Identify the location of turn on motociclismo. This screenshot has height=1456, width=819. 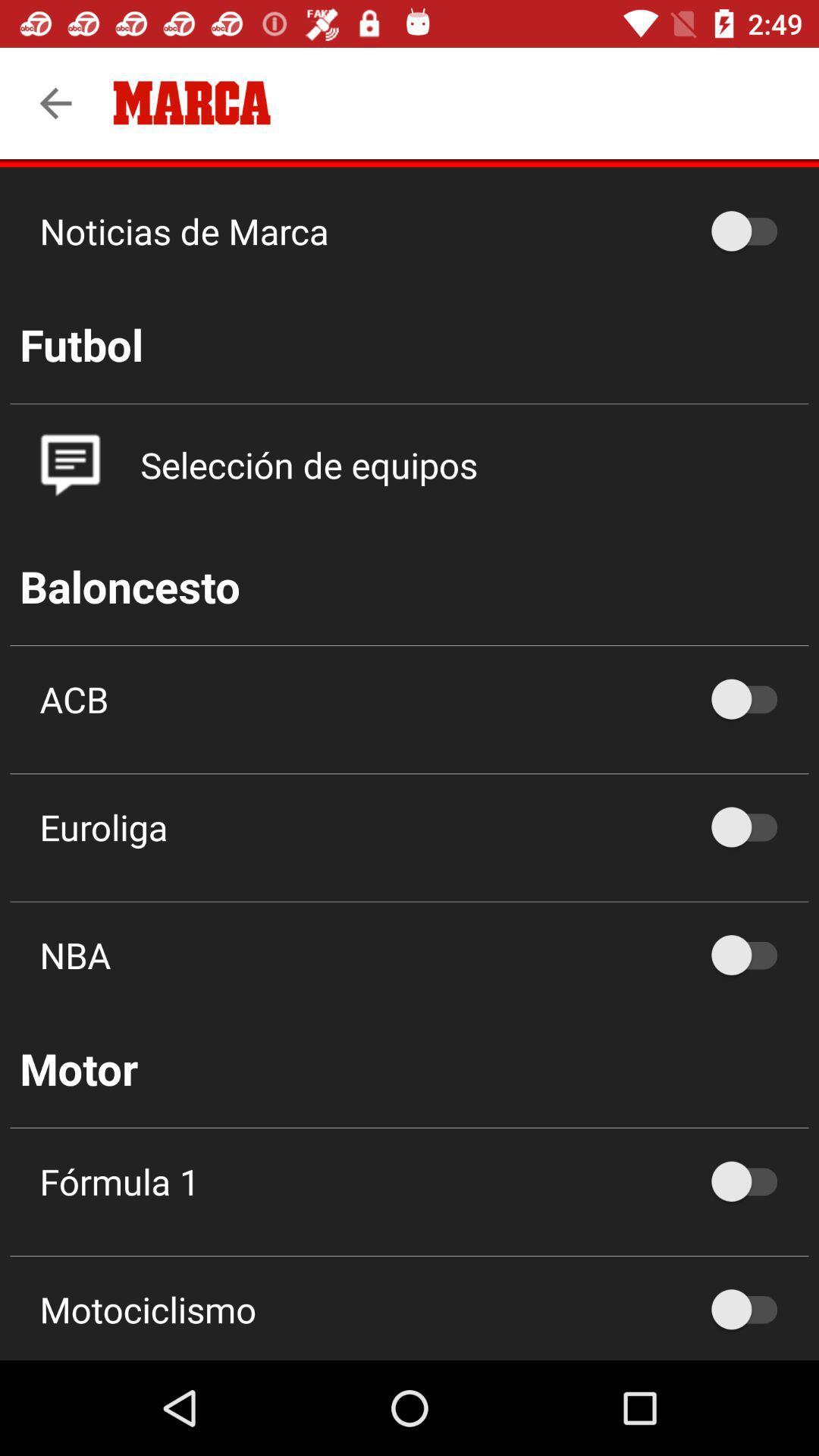
(752, 1308).